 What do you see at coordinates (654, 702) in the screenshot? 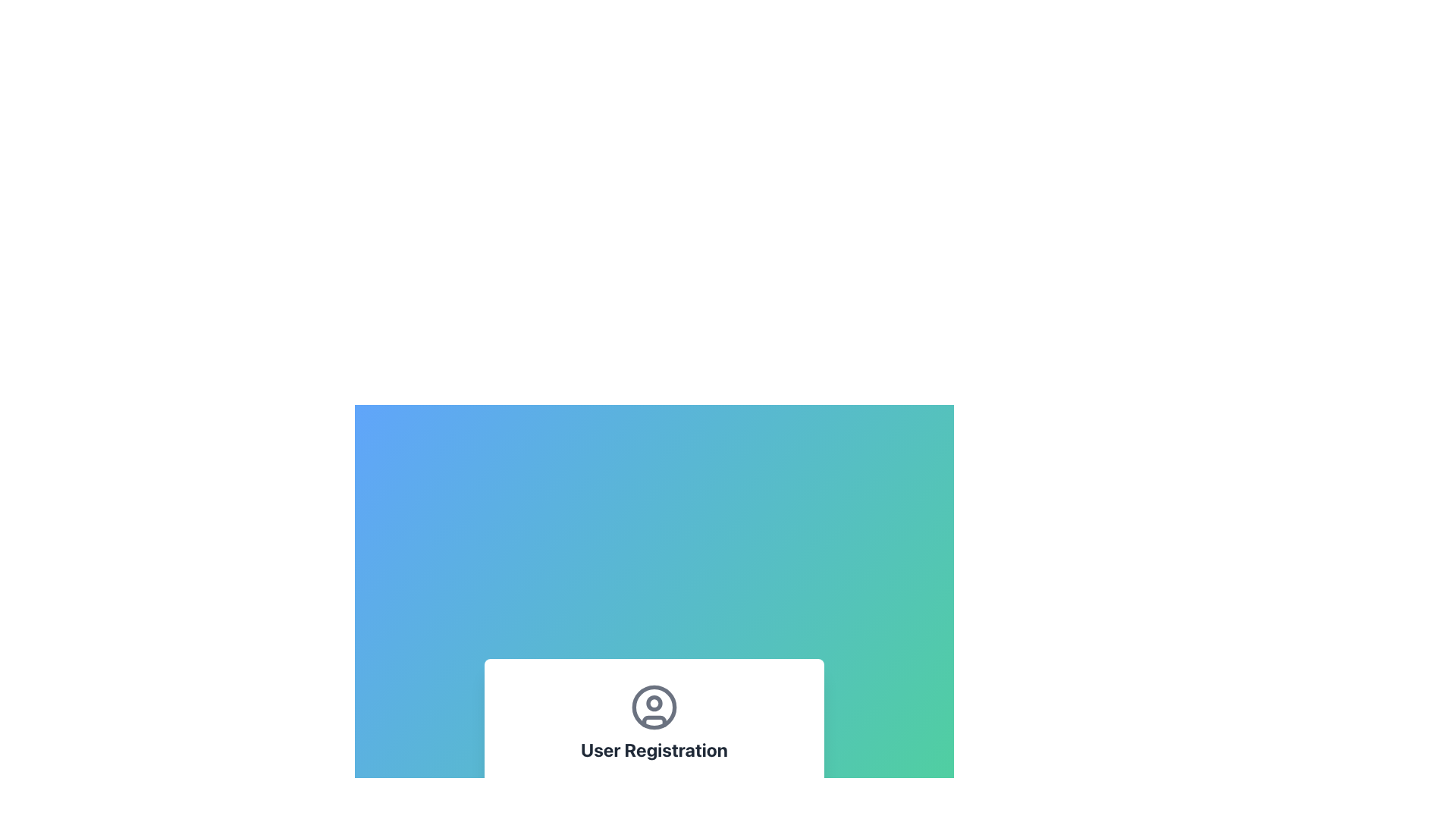
I see `the small circular SVG element that represents the inner detail of a user icon, positioned centrally within a larger outer circle` at bounding box center [654, 702].